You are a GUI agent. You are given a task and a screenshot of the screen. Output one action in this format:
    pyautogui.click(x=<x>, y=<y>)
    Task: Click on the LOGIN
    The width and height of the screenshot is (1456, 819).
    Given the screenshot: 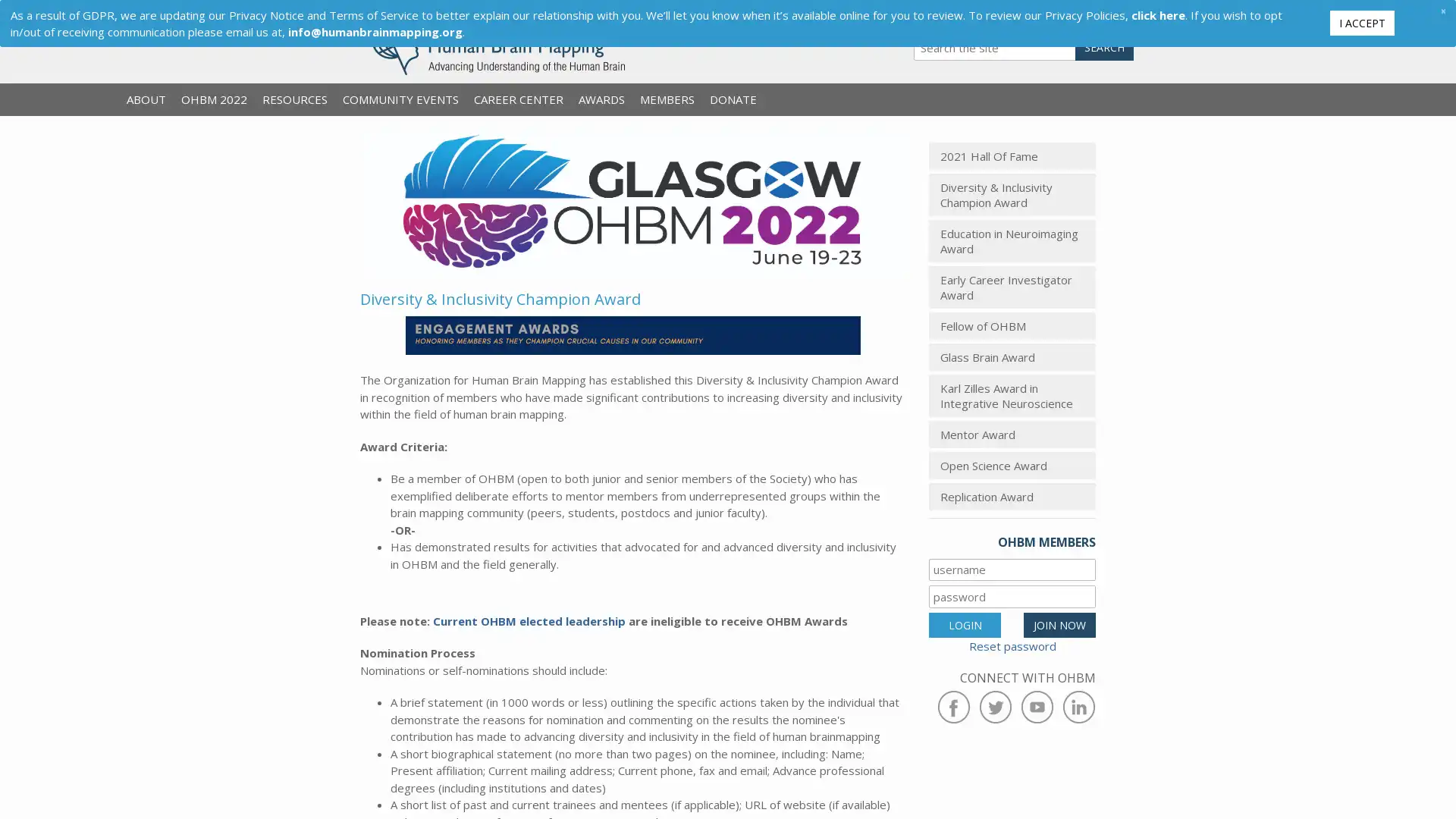 What is the action you would take?
    pyautogui.click(x=964, y=624)
    